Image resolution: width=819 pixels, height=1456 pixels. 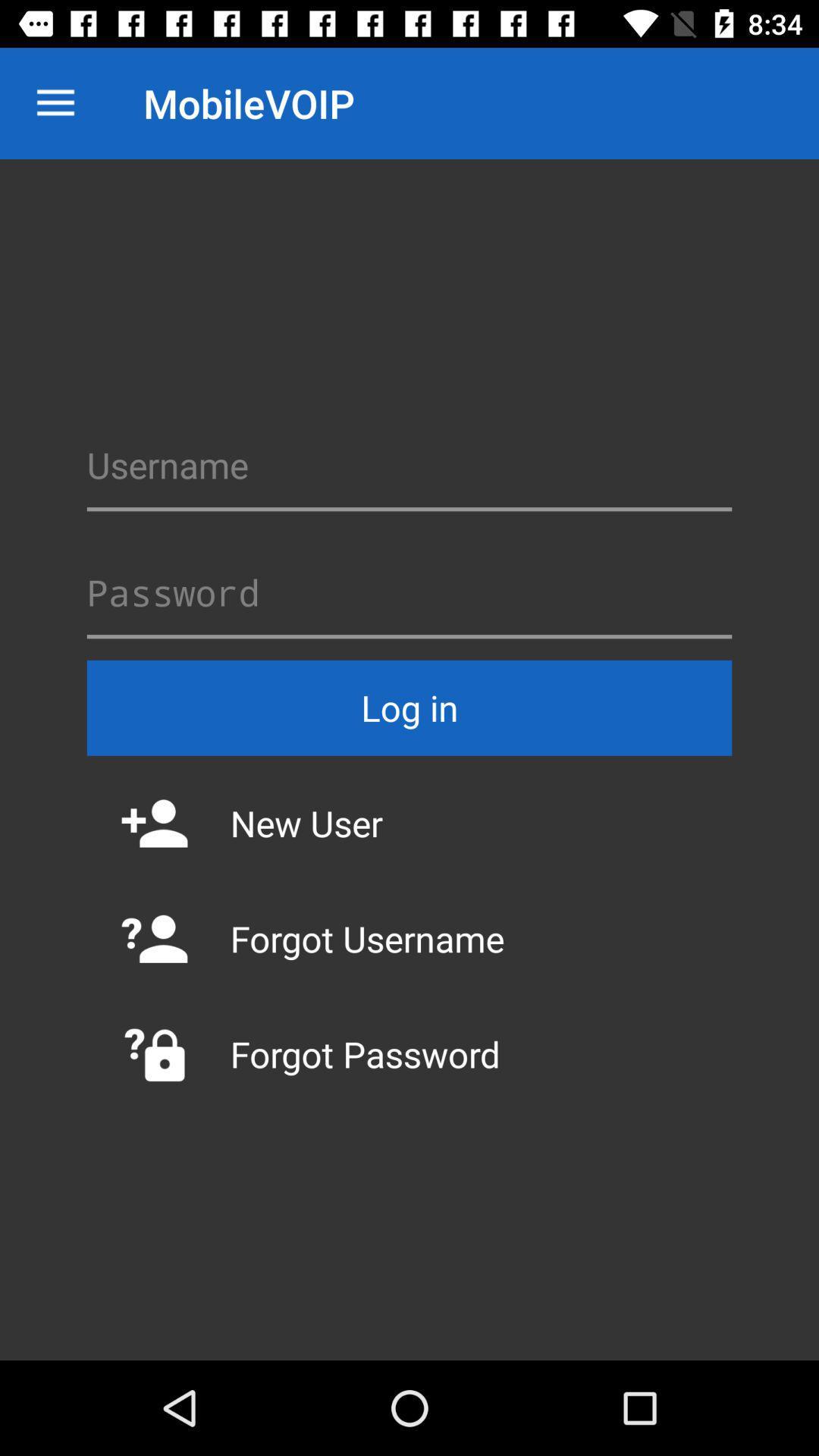 I want to click on forgot password item, so click(x=409, y=1053).